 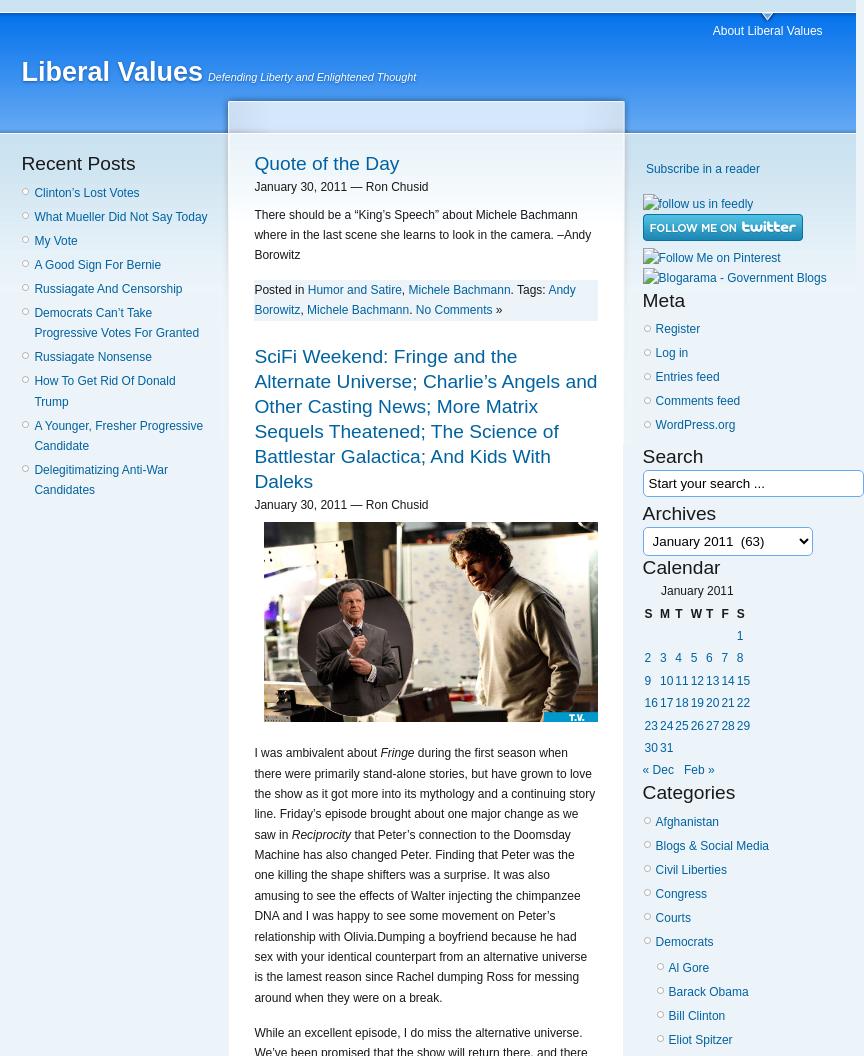 I want to click on '19', so click(x=696, y=702).